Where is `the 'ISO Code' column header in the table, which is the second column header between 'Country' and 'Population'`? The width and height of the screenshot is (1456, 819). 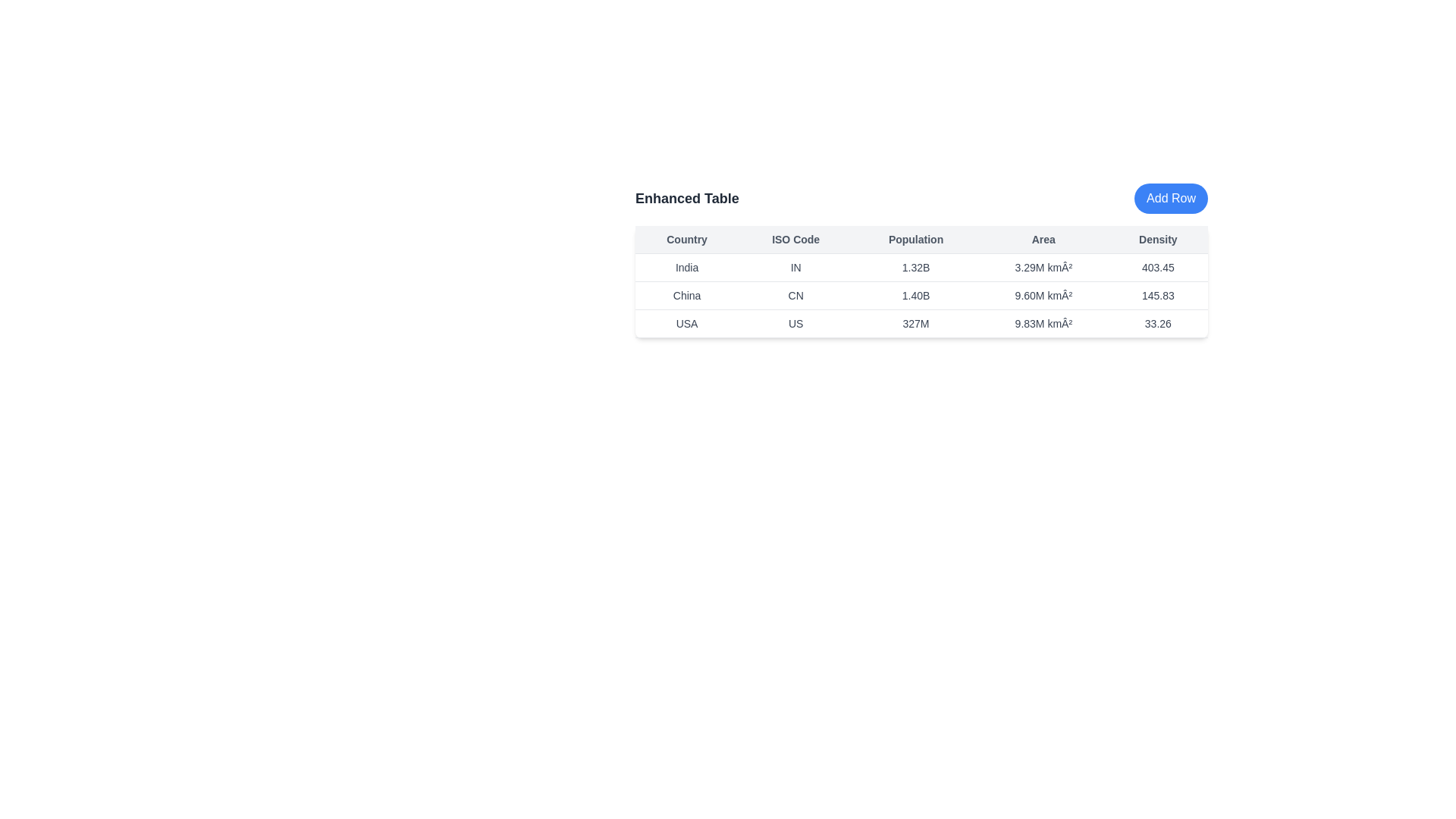 the 'ISO Code' column header in the table, which is the second column header between 'Country' and 'Population' is located at coordinates (795, 239).